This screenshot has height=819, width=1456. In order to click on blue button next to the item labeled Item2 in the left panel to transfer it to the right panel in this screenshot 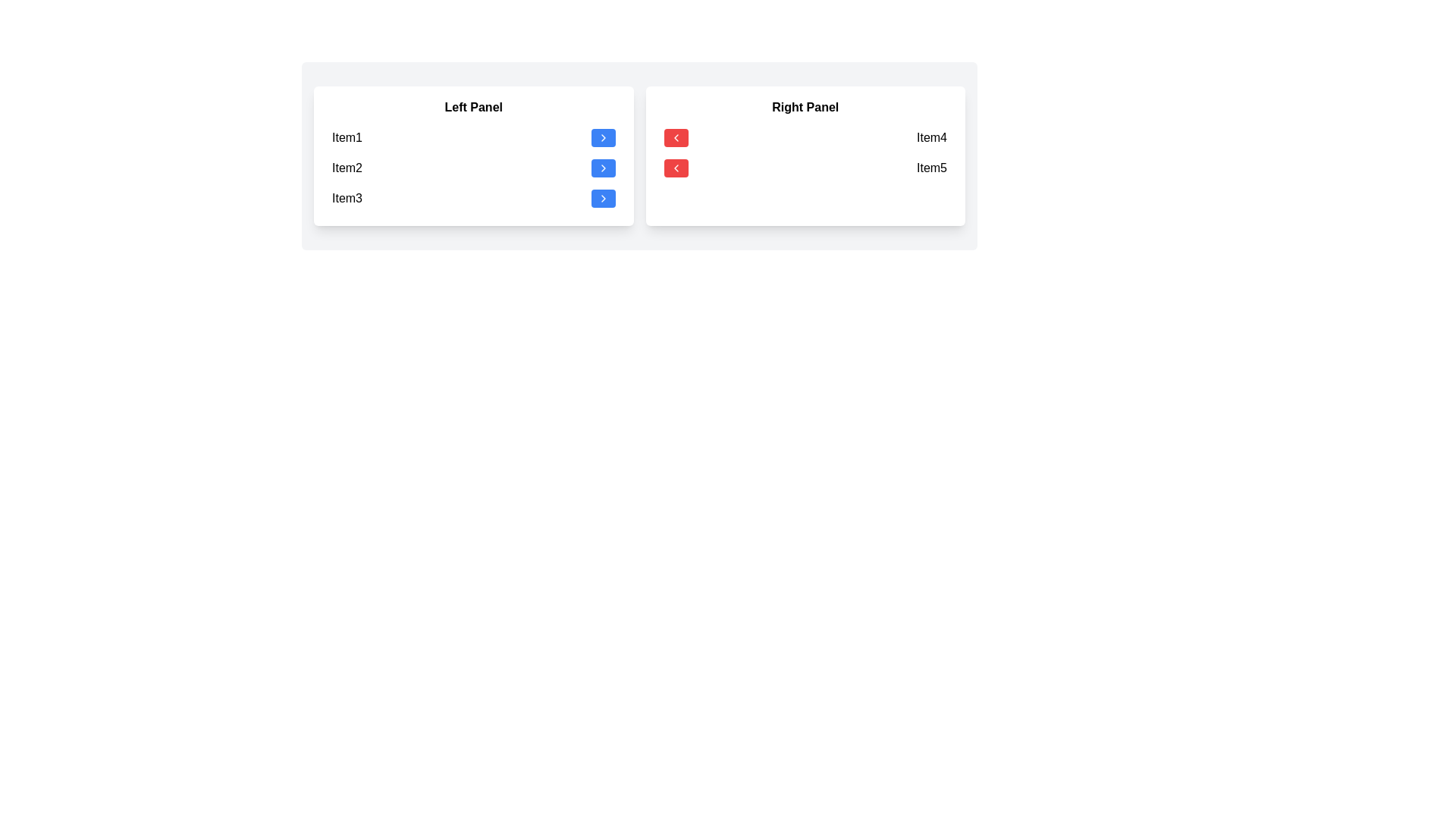, I will do `click(602, 168)`.